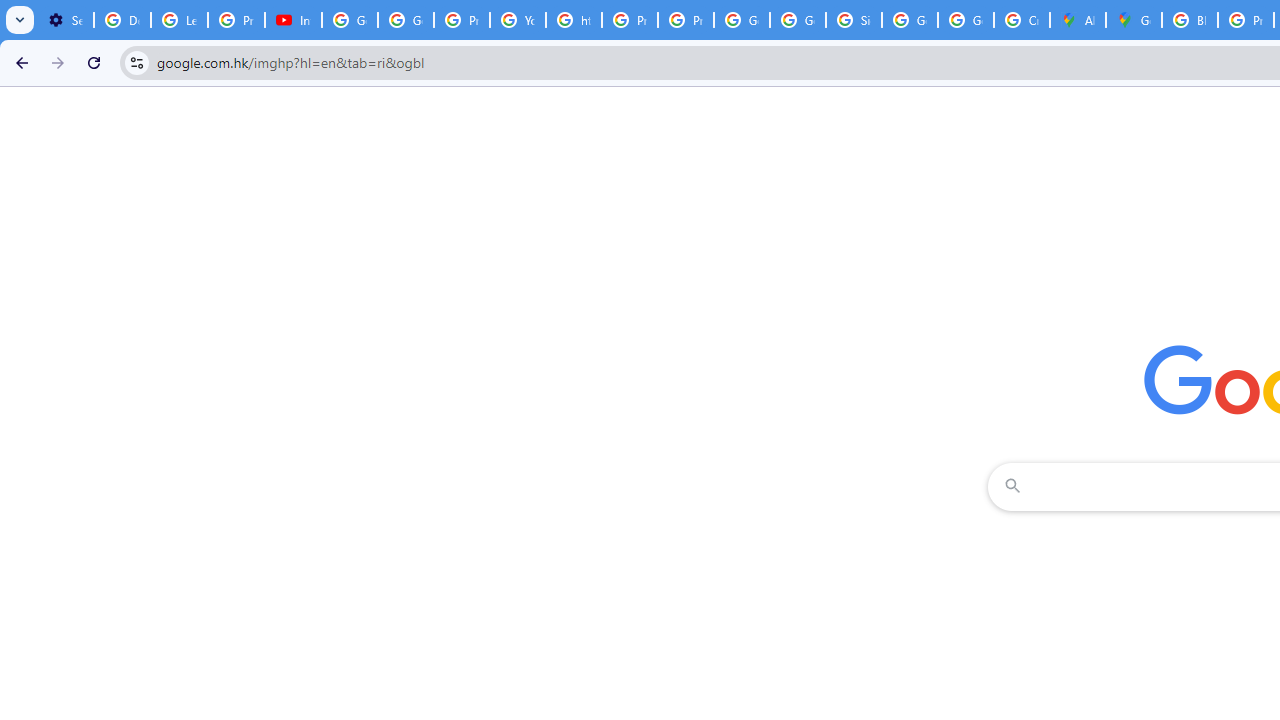 The width and height of the screenshot is (1280, 720). Describe the element at coordinates (350, 20) in the screenshot. I see `'Google Account Help'` at that location.